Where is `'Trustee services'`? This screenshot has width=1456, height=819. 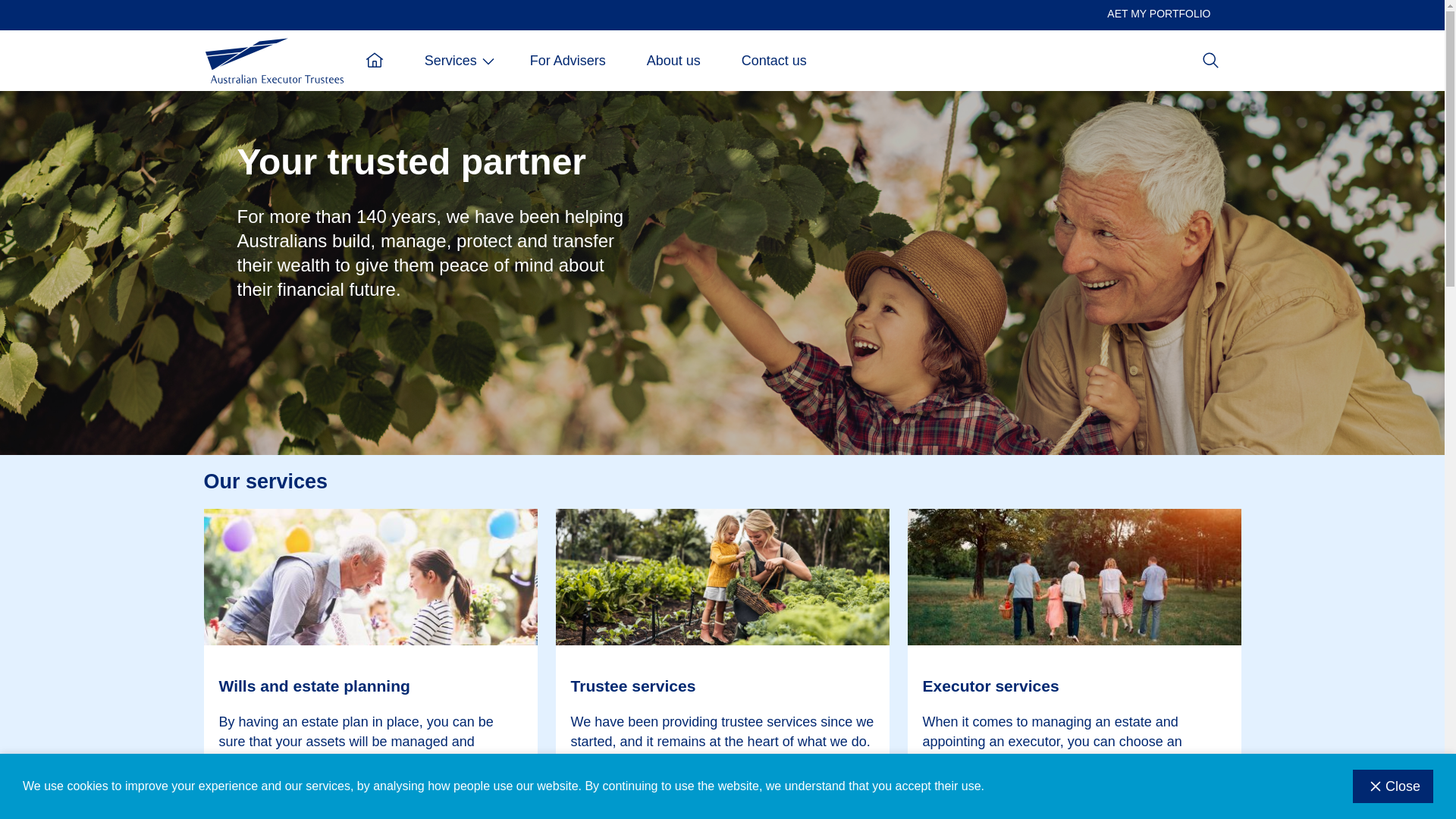 'Trustee services' is located at coordinates (720, 686).